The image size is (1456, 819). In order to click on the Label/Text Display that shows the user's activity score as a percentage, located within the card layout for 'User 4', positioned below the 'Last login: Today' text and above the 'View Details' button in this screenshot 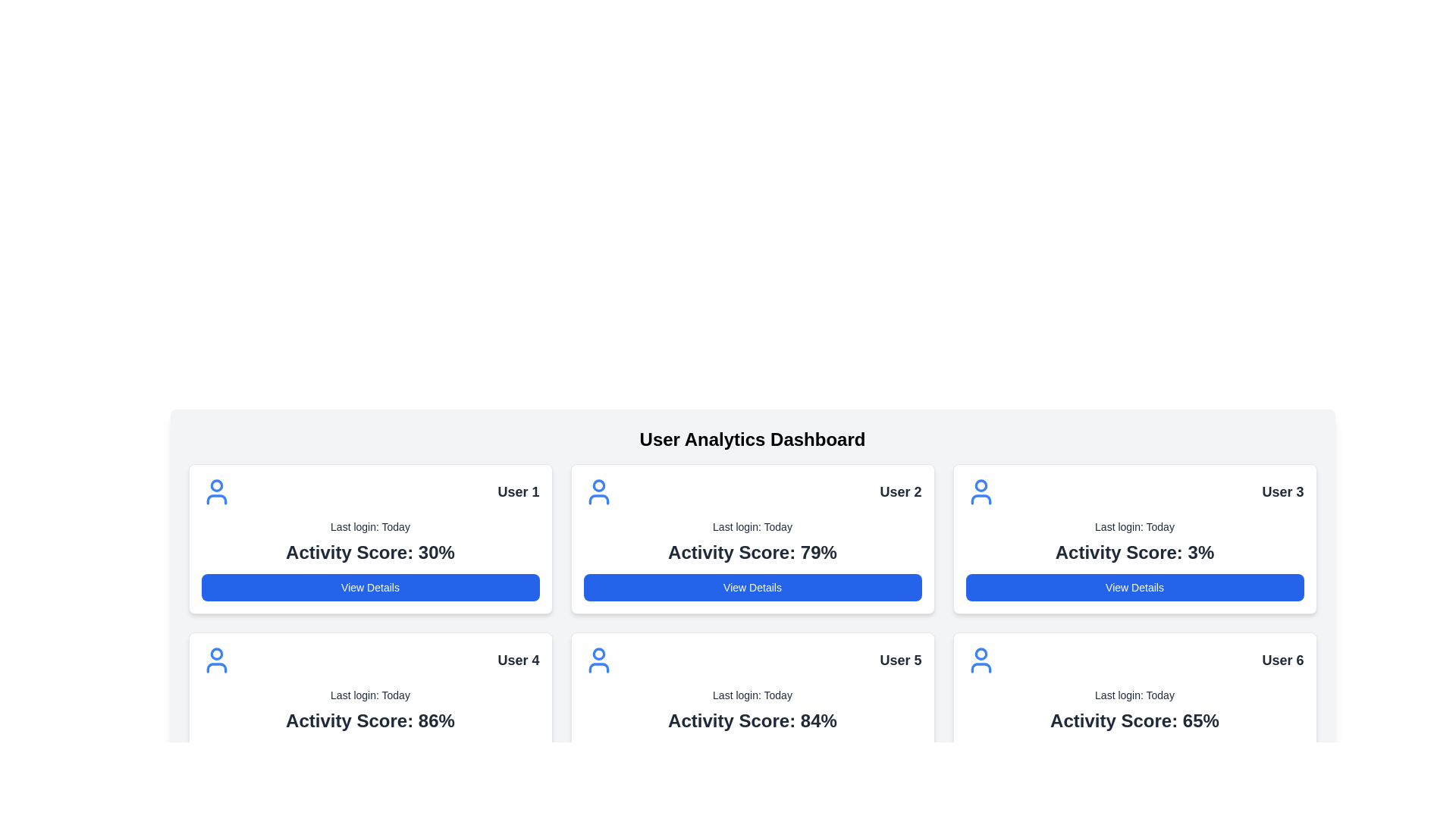, I will do `click(370, 720)`.